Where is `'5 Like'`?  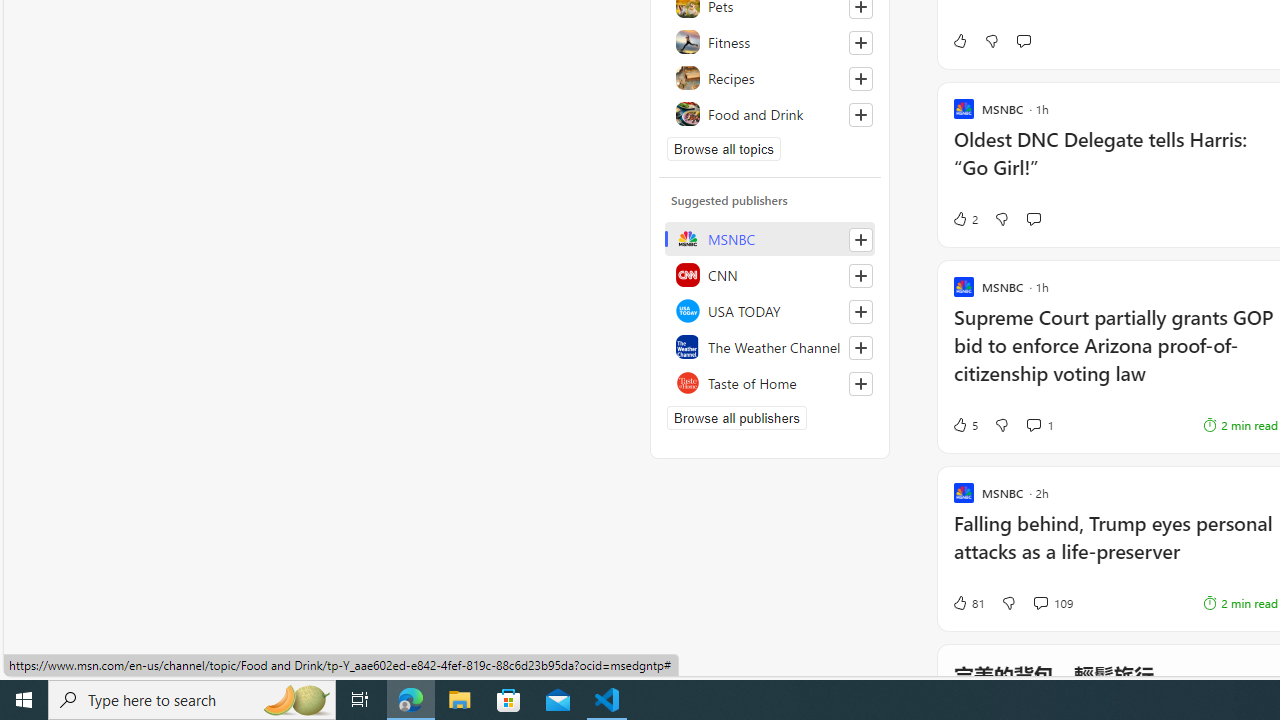 '5 Like' is located at coordinates (964, 424).